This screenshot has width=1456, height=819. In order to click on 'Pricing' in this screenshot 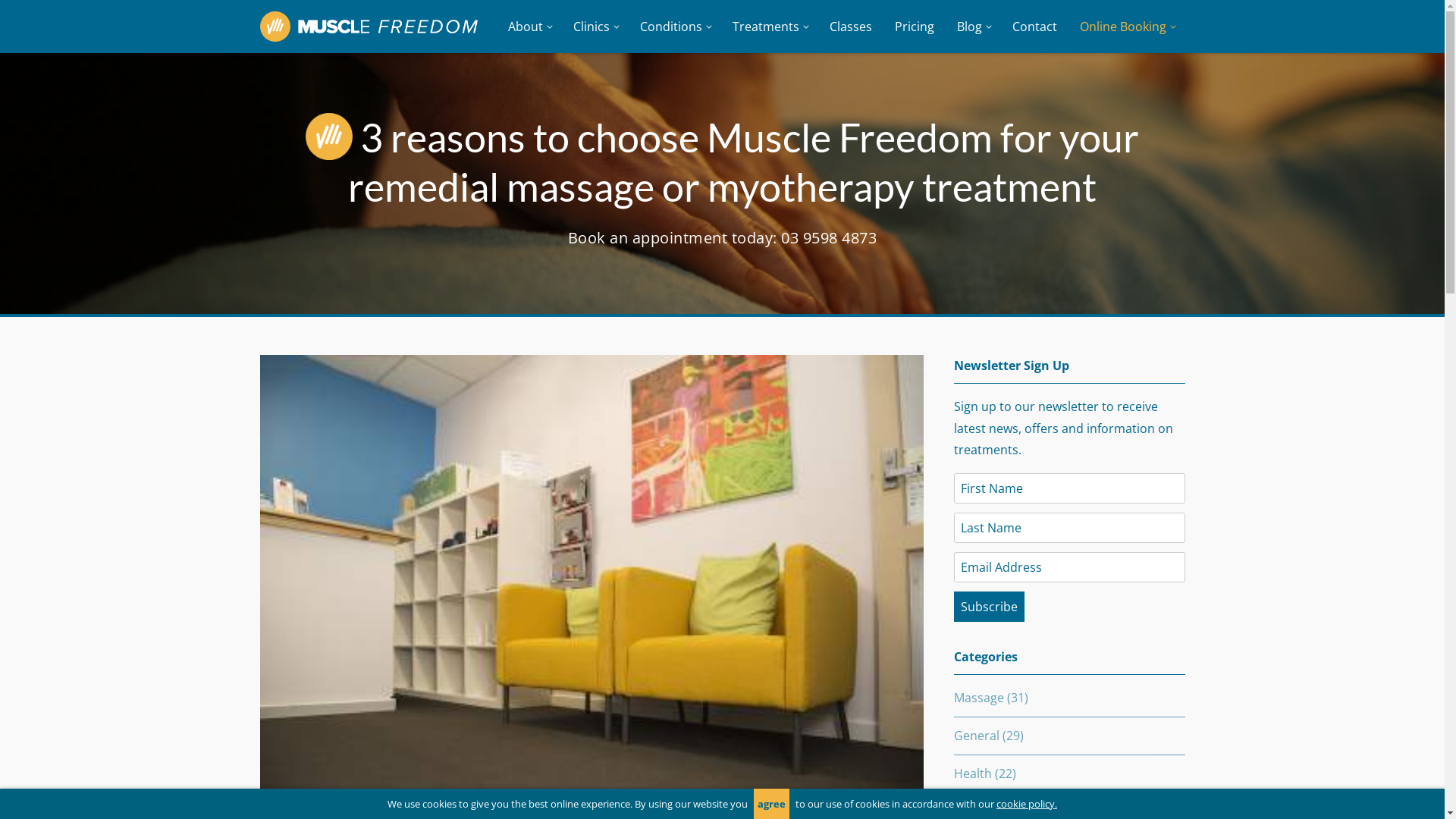, I will do `click(912, 26)`.